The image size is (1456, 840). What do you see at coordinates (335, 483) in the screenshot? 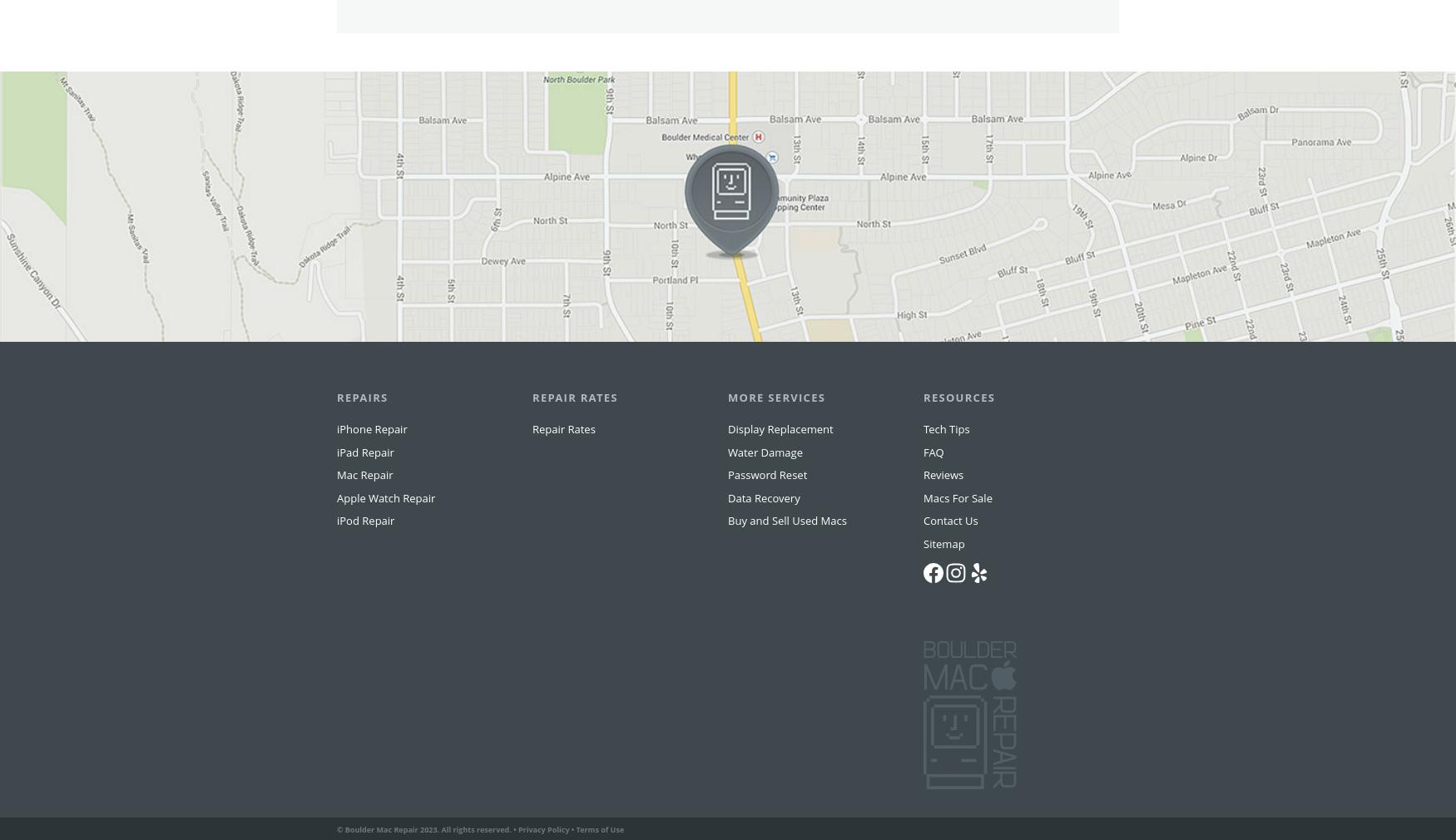
I see `'iPad Repair'` at bounding box center [335, 483].